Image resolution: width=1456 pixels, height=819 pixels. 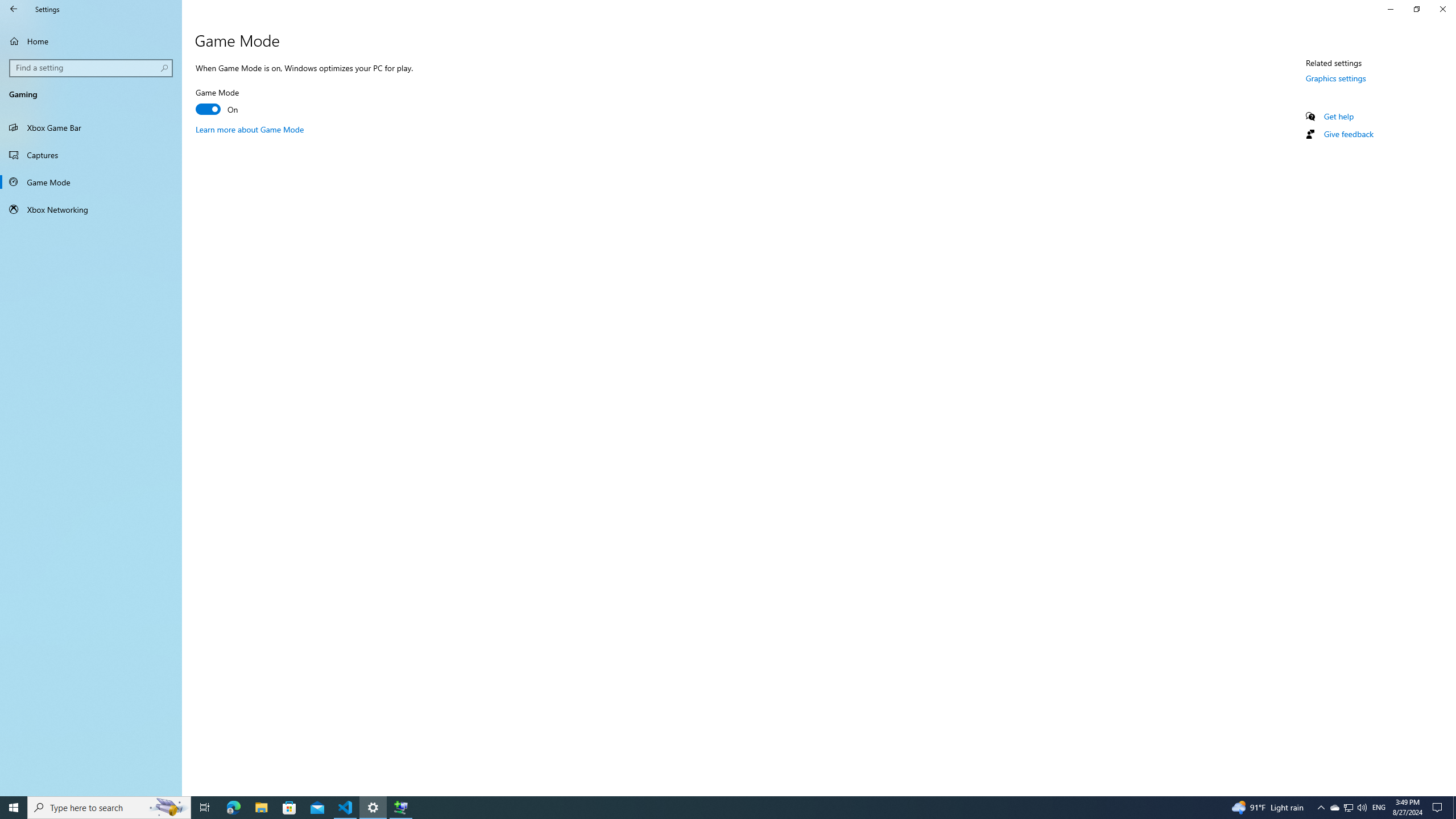 I want to click on 'Search box, Find a setting', so click(x=91, y=67).